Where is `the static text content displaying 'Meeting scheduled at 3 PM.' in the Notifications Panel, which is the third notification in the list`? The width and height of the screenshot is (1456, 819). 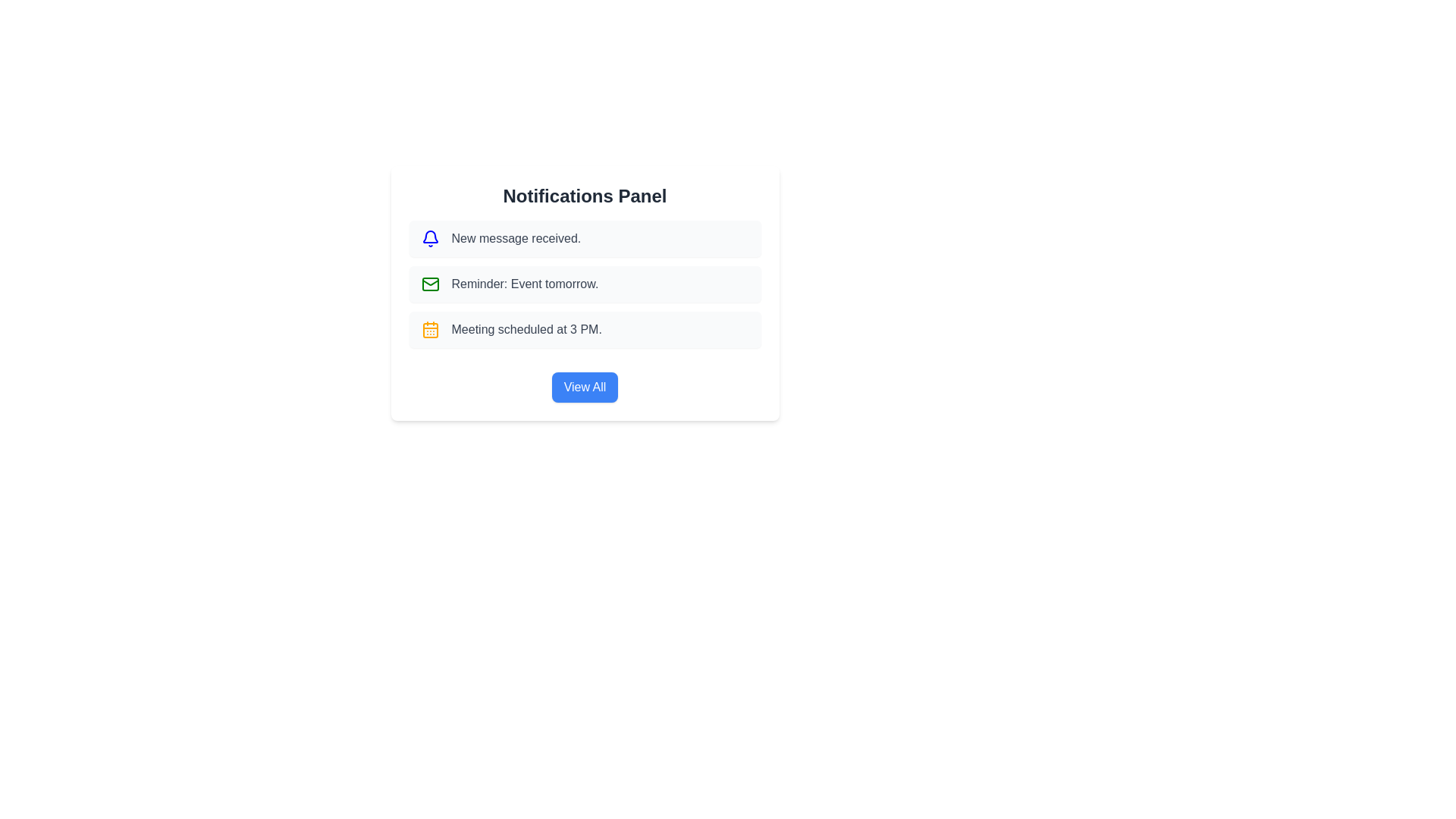
the static text content displaying 'Meeting scheduled at 3 PM.' in the Notifications Panel, which is the third notification in the list is located at coordinates (526, 329).